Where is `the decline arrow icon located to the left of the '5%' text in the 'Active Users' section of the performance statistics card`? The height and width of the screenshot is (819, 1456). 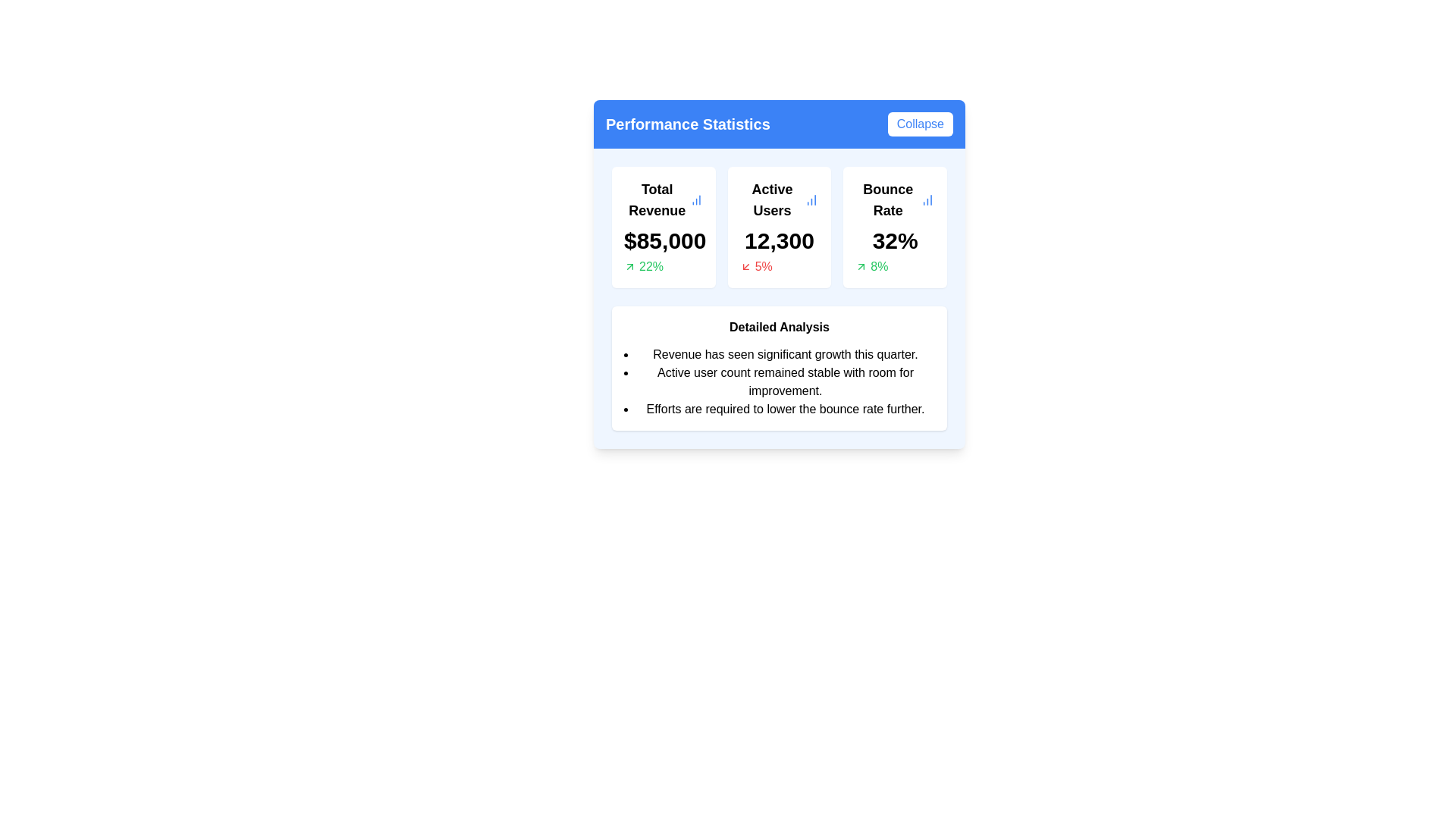 the decline arrow icon located to the left of the '5%' text in the 'Active Users' section of the performance statistics card is located at coordinates (745, 265).